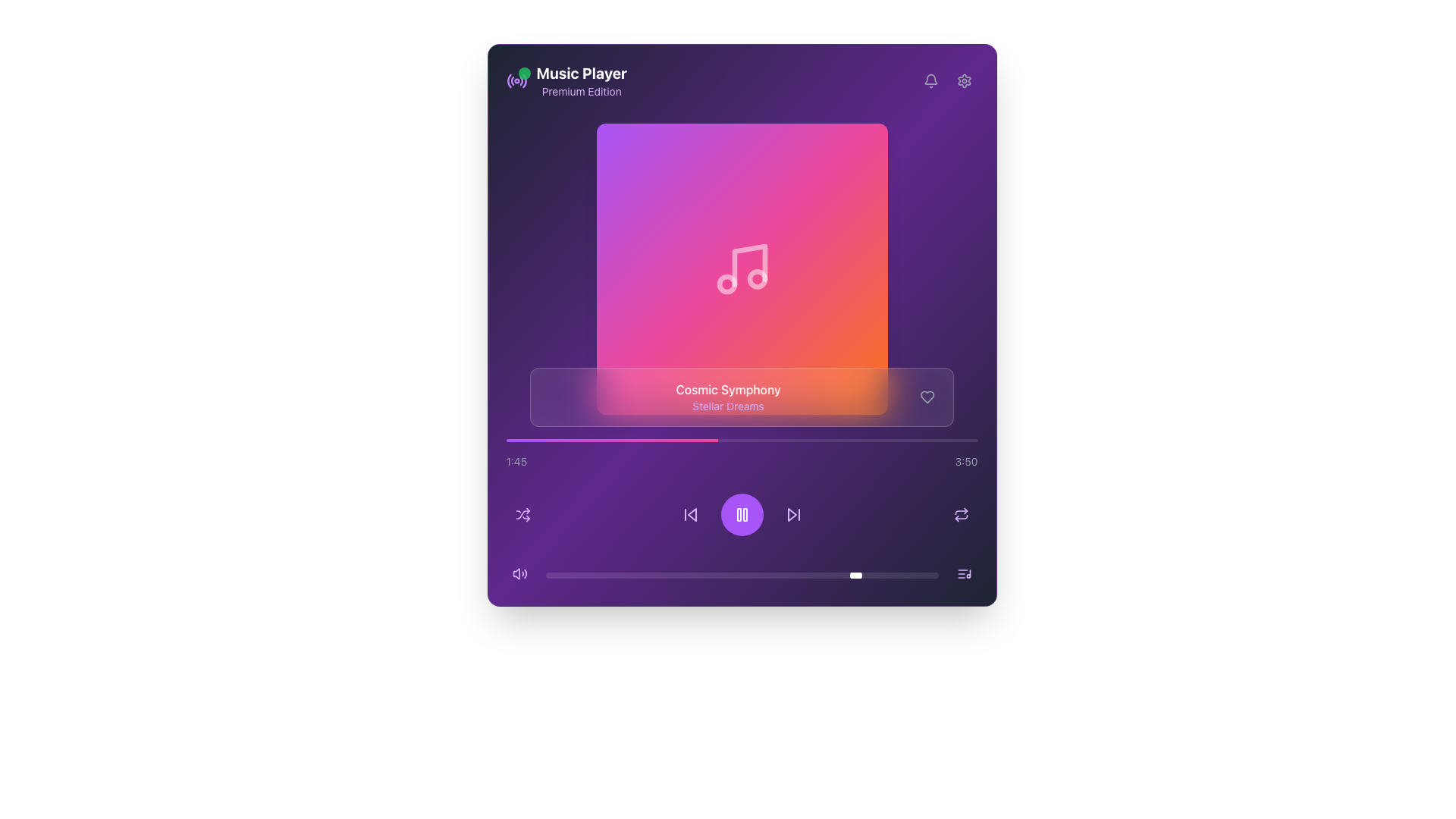  What do you see at coordinates (651, 576) in the screenshot?
I see `volume` at bounding box center [651, 576].